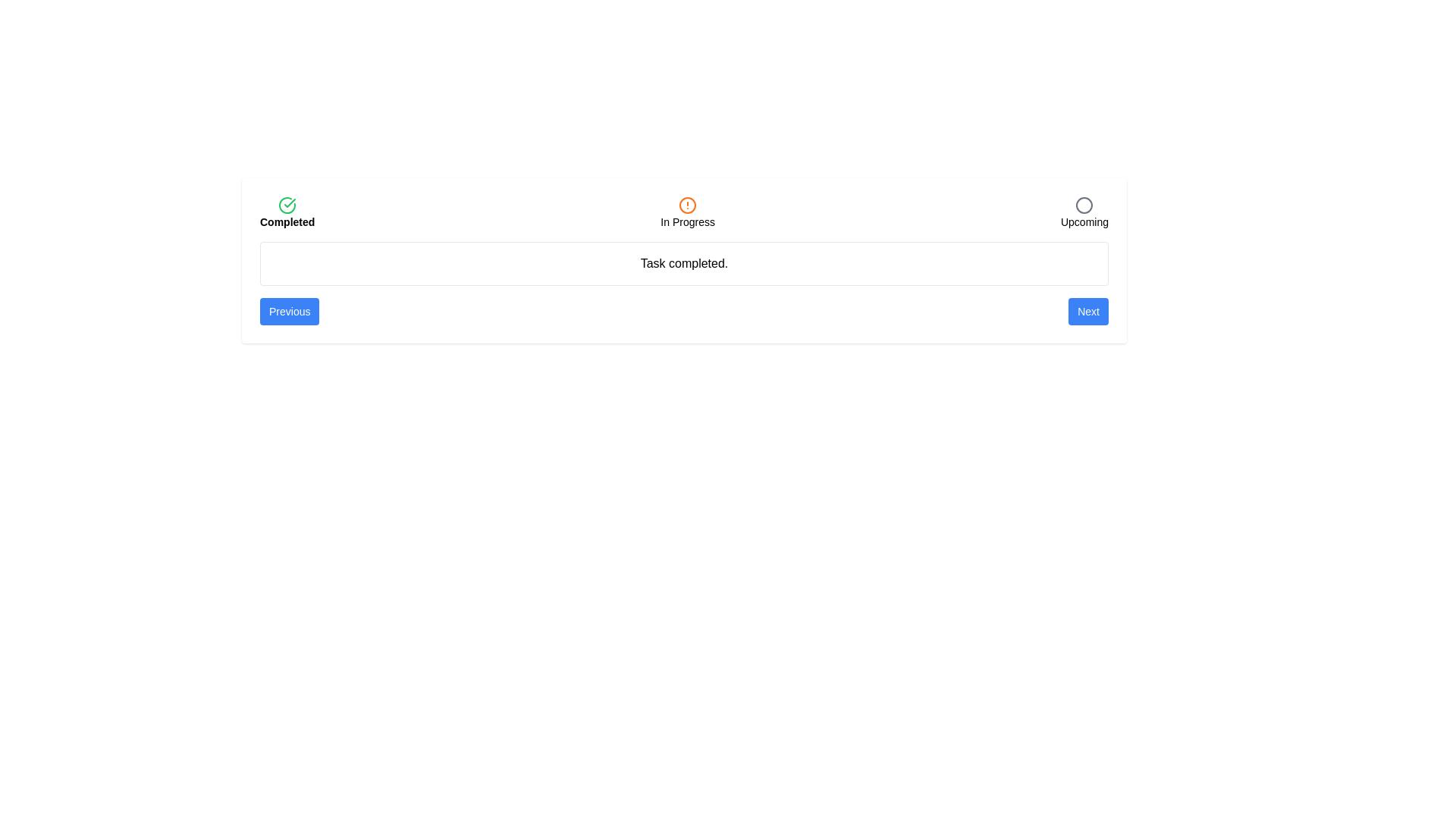 This screenshot has height=819, width=1456. What do you see at coordinates (683, 213) in the screenshot?
I see `a status segment of the Status indicator bar located above the text label 'Task completed.'` at bounding box center [683, 213].